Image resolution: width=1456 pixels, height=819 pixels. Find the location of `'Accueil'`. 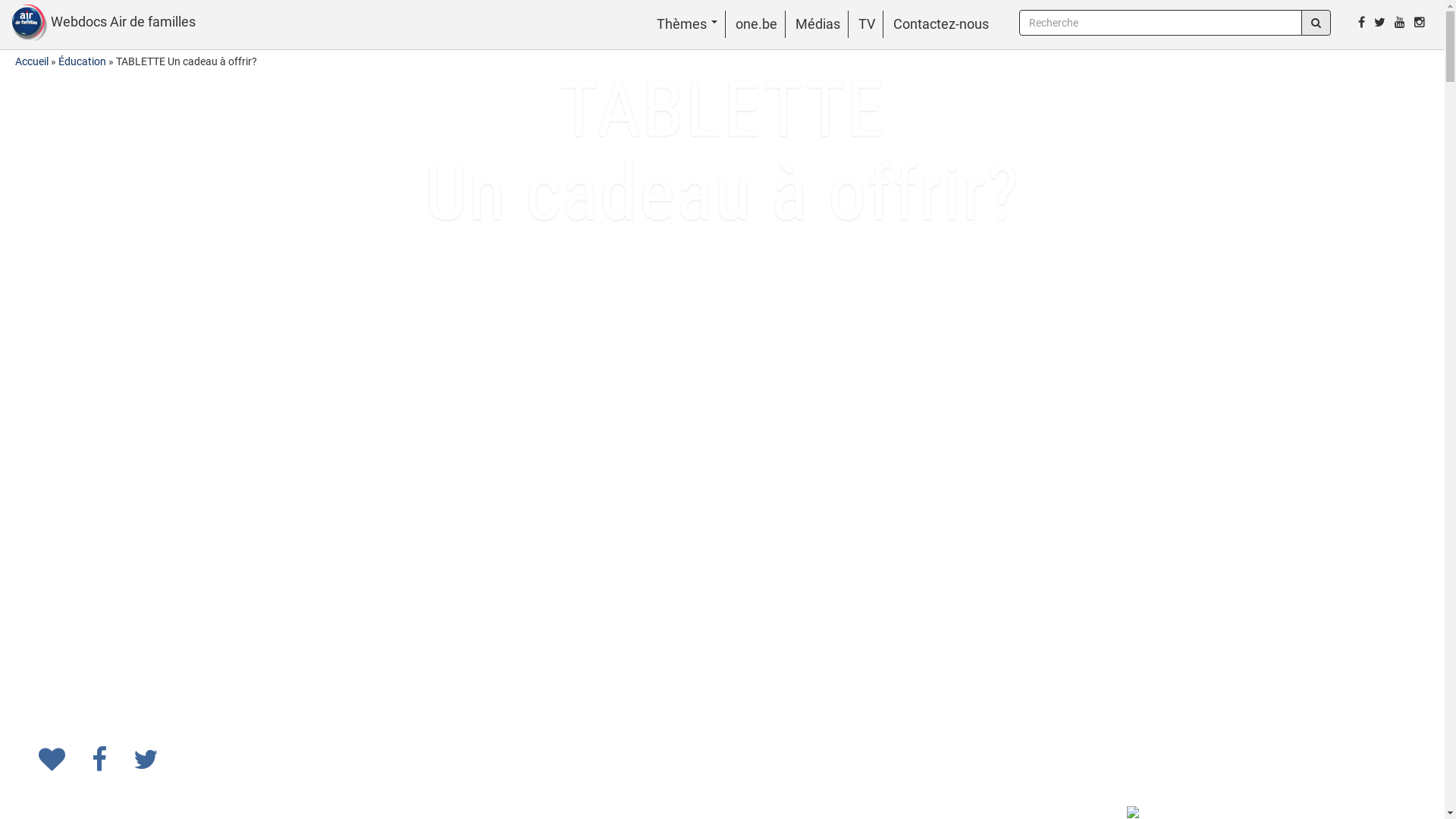

'Accueil' is located at coordinates (32, 61).